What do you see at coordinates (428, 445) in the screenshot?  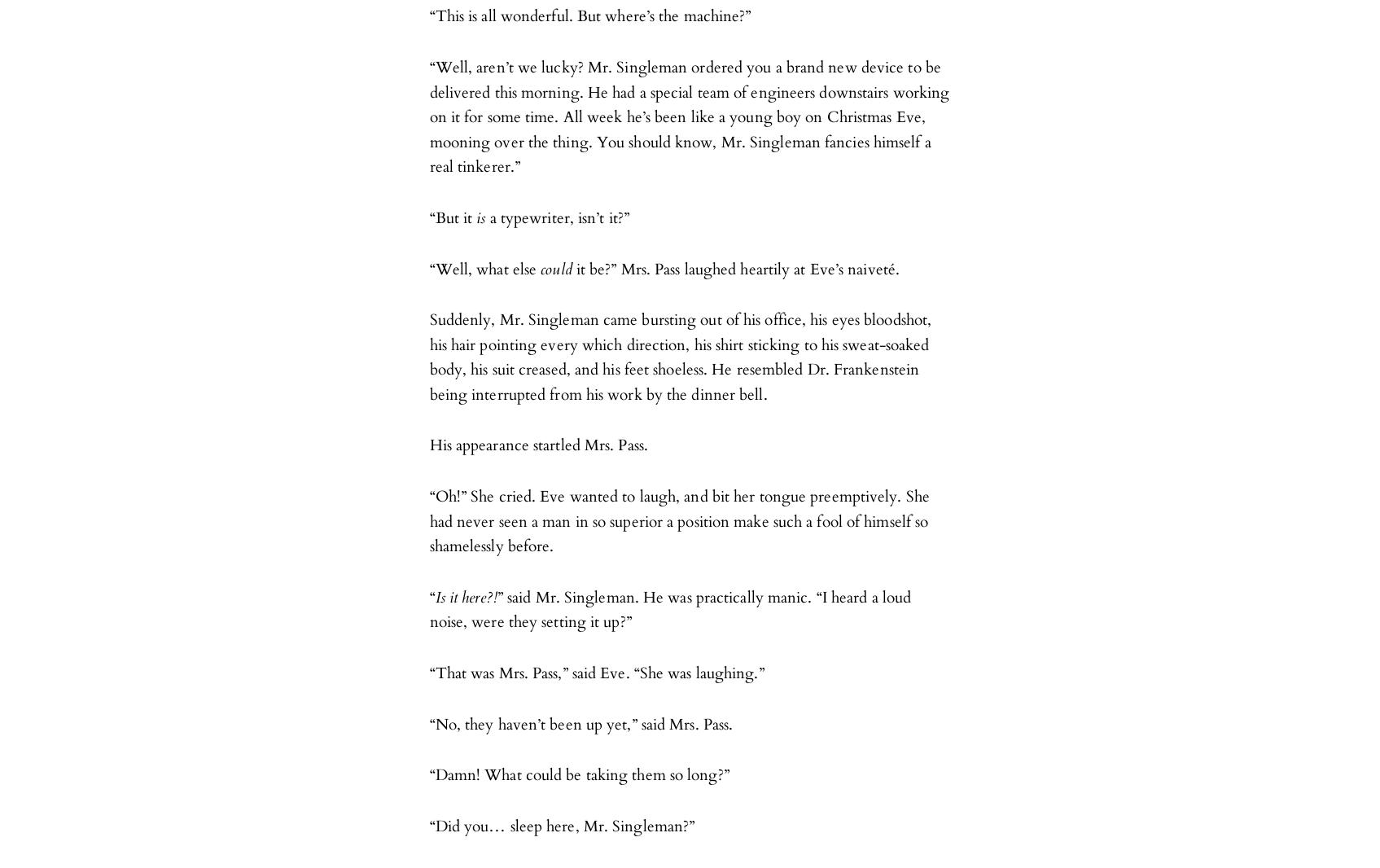 I see `'His appearance startled Mrs. Pass.'` at bounding box center [428, 445].